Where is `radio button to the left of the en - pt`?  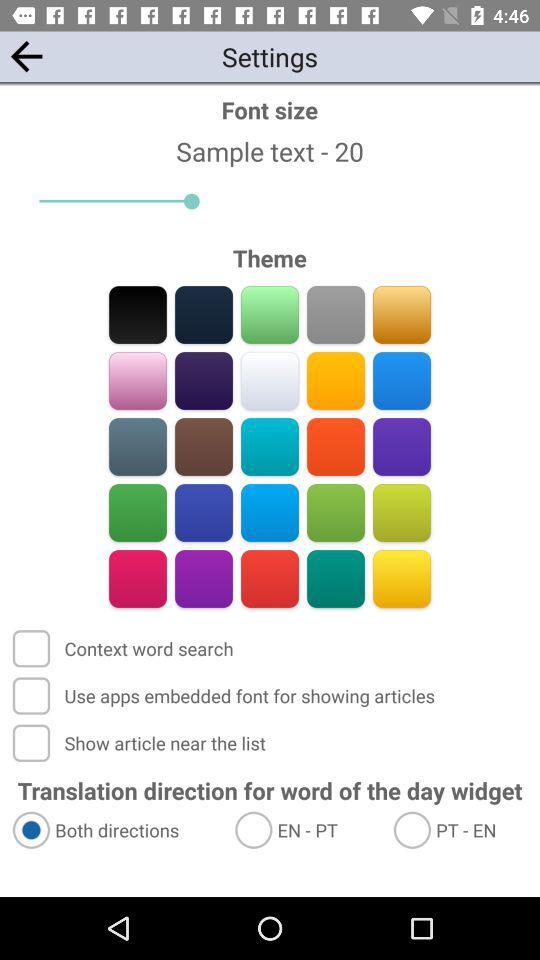
radio button to the left of the en - pt is located at coordinates (115, 830).